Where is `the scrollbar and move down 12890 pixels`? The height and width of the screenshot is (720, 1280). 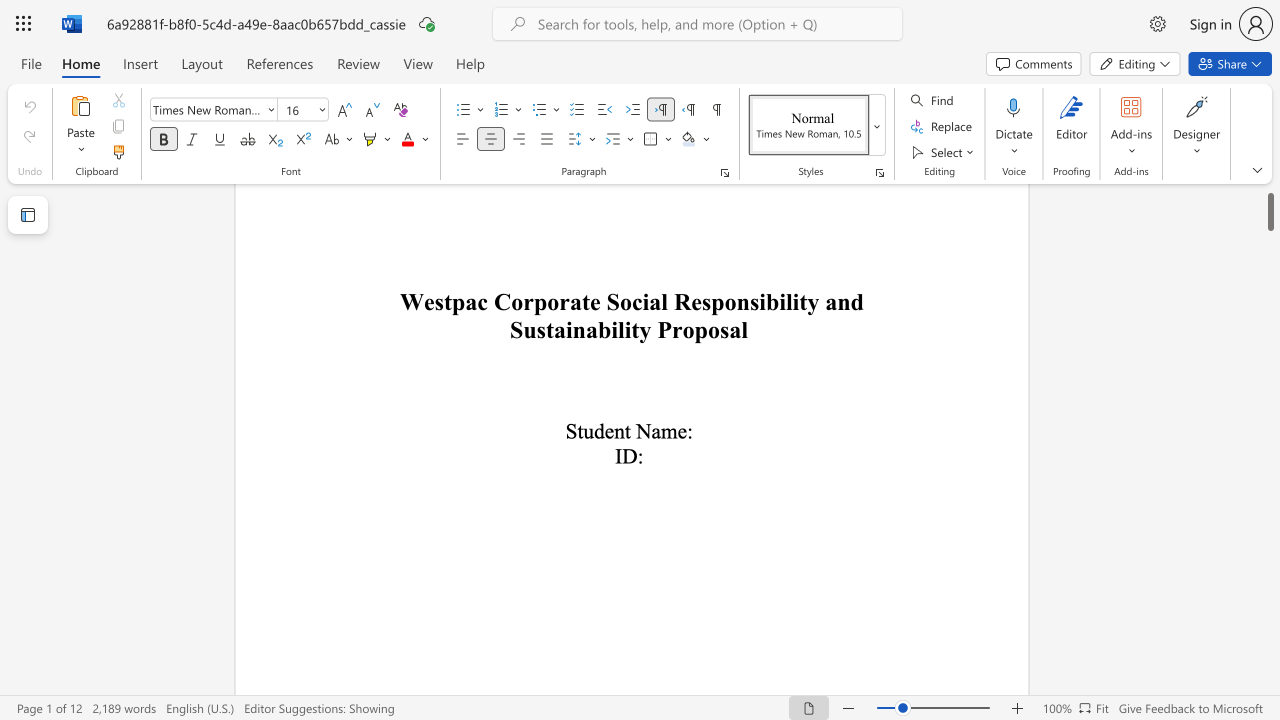 the scrollbar and move down 12890 pixels is located at coordinates (1269, 196).